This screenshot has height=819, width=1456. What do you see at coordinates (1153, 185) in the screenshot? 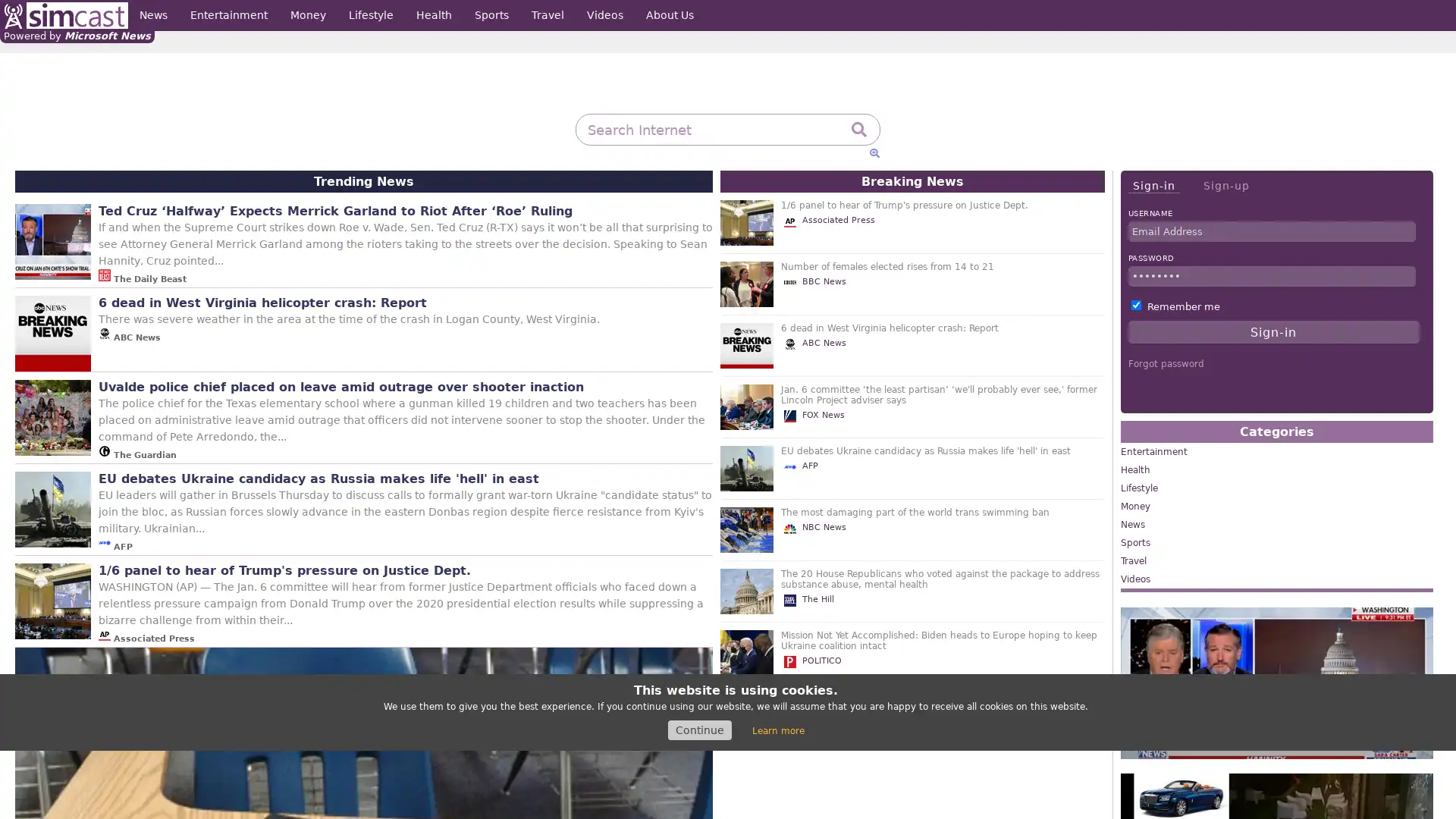
I see `Sign-in` at bounding box center [1153, 185].